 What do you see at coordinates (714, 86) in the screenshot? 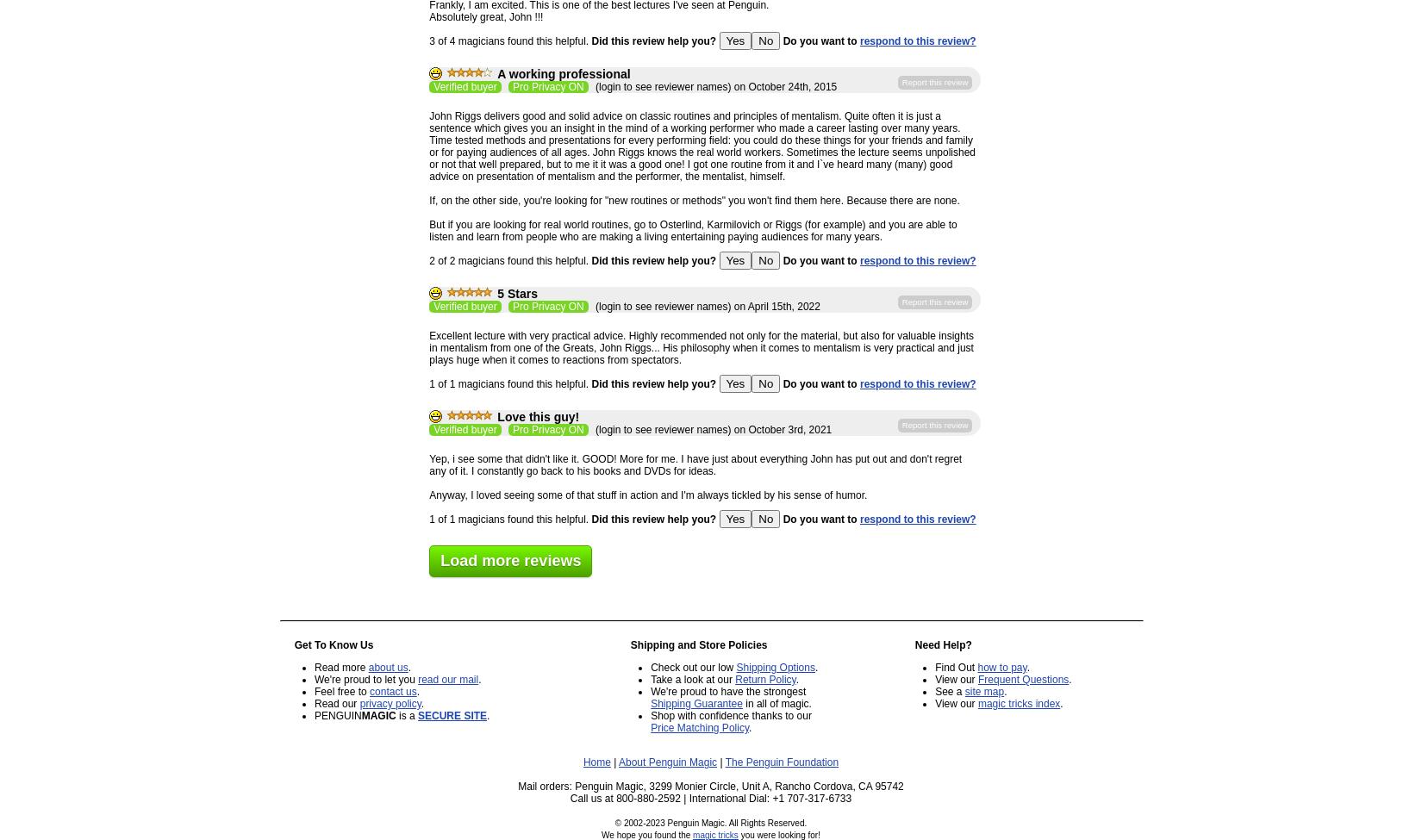
I see `'(login to see reviewer names)
         
        on October 24th, 2015'` at bounding box center [714, 86].